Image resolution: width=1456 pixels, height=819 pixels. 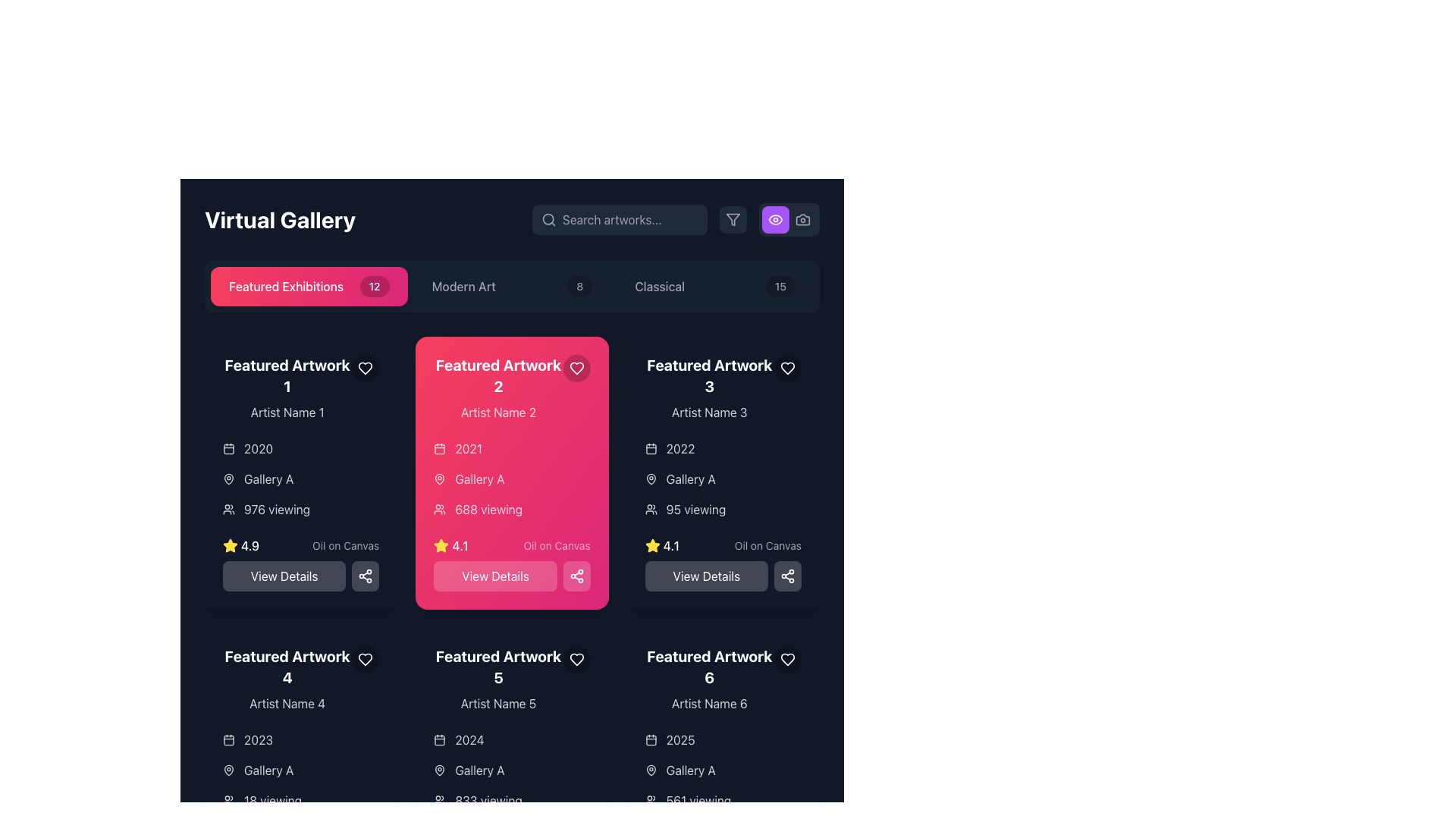 What do you see at coordinates (787, 659) in the screenshot?
I see `the circular button with a faint black background and a white heart icon, located in the top-right corner of the 'Featured Artwork 6' card` at bounding box center [787, 659].